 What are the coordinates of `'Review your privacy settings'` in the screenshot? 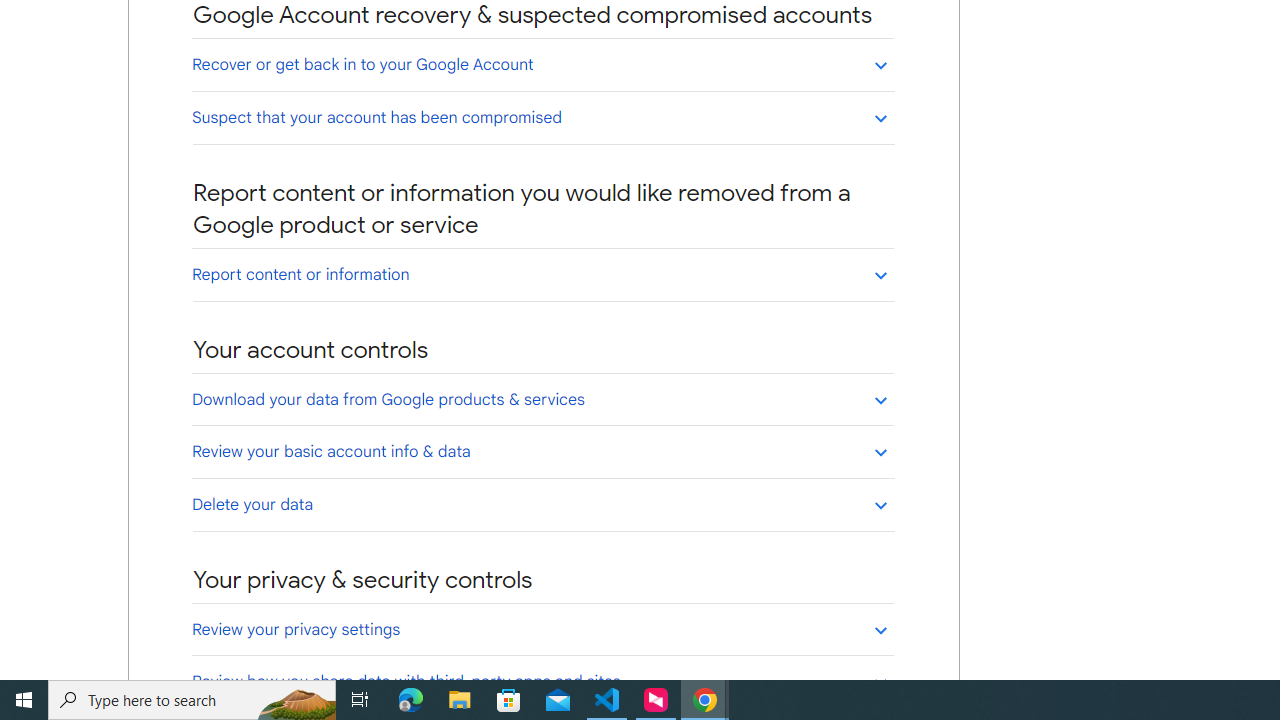 It's located at (542, 628).